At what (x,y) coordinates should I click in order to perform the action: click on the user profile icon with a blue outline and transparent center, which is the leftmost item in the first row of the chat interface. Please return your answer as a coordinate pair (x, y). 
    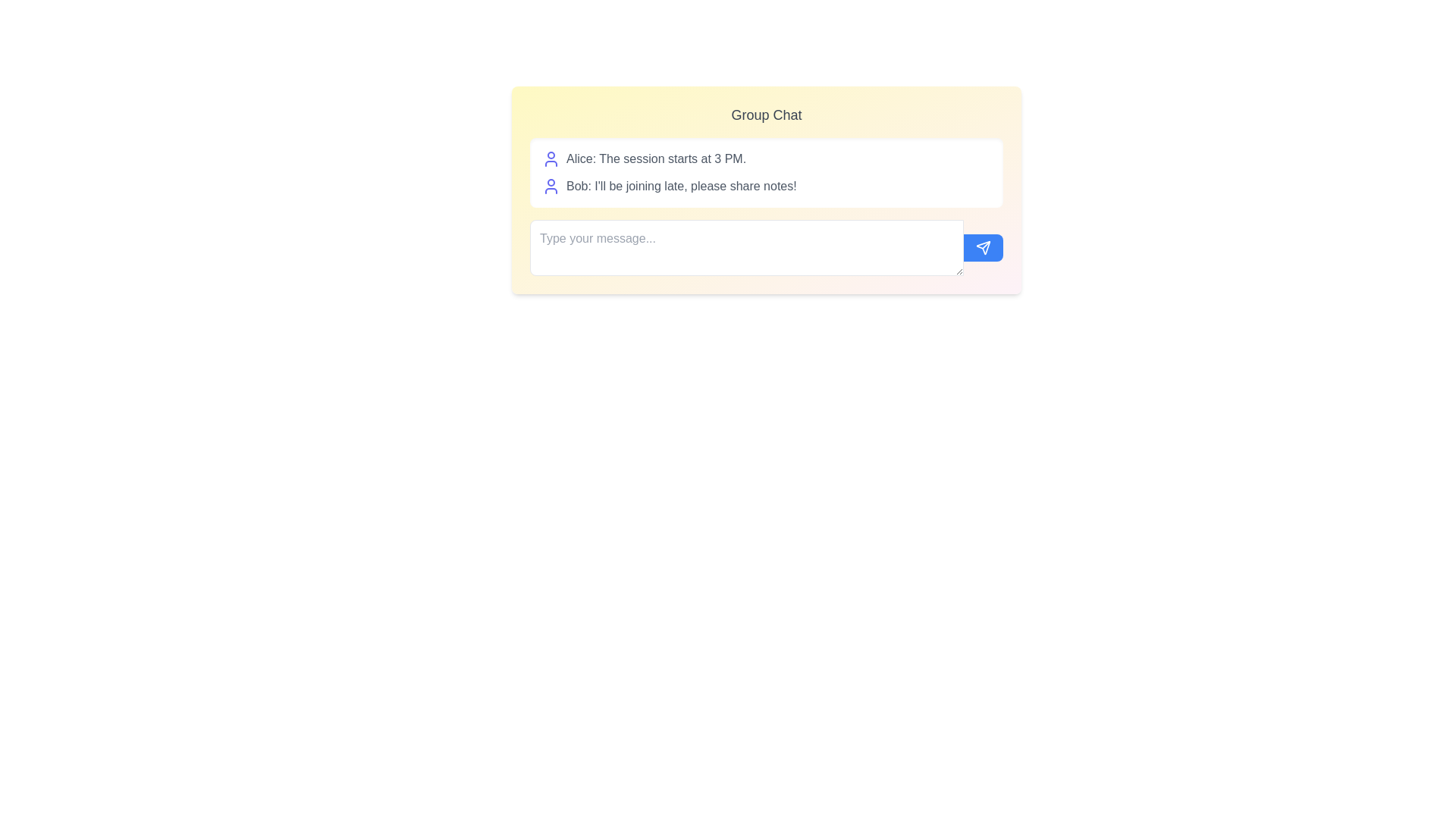
    Looking at the image, I should click on (550, 158).